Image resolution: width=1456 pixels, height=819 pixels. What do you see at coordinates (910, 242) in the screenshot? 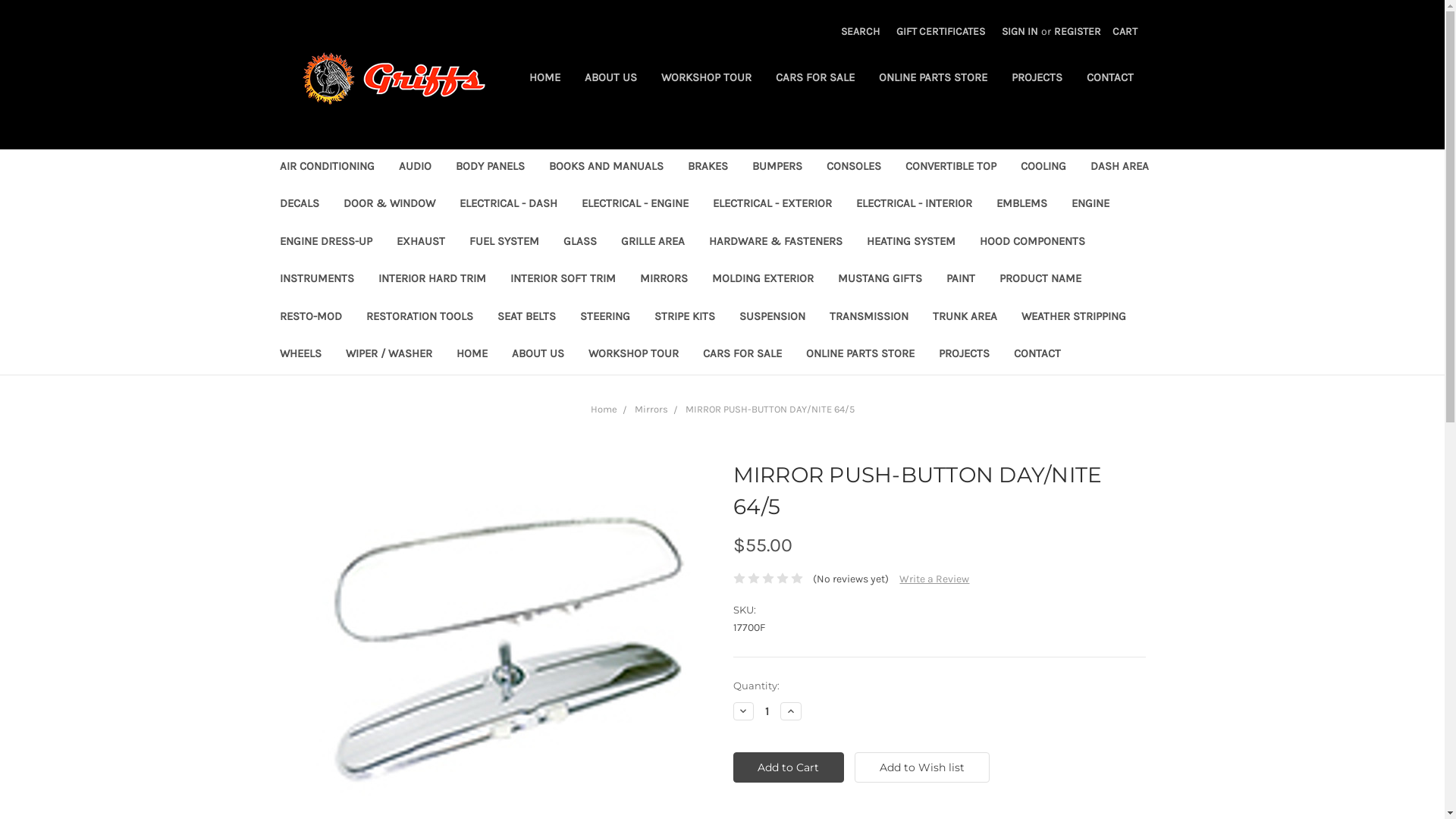
I see `'HEATING SYSTEM'` at bounding box center [910, 242].